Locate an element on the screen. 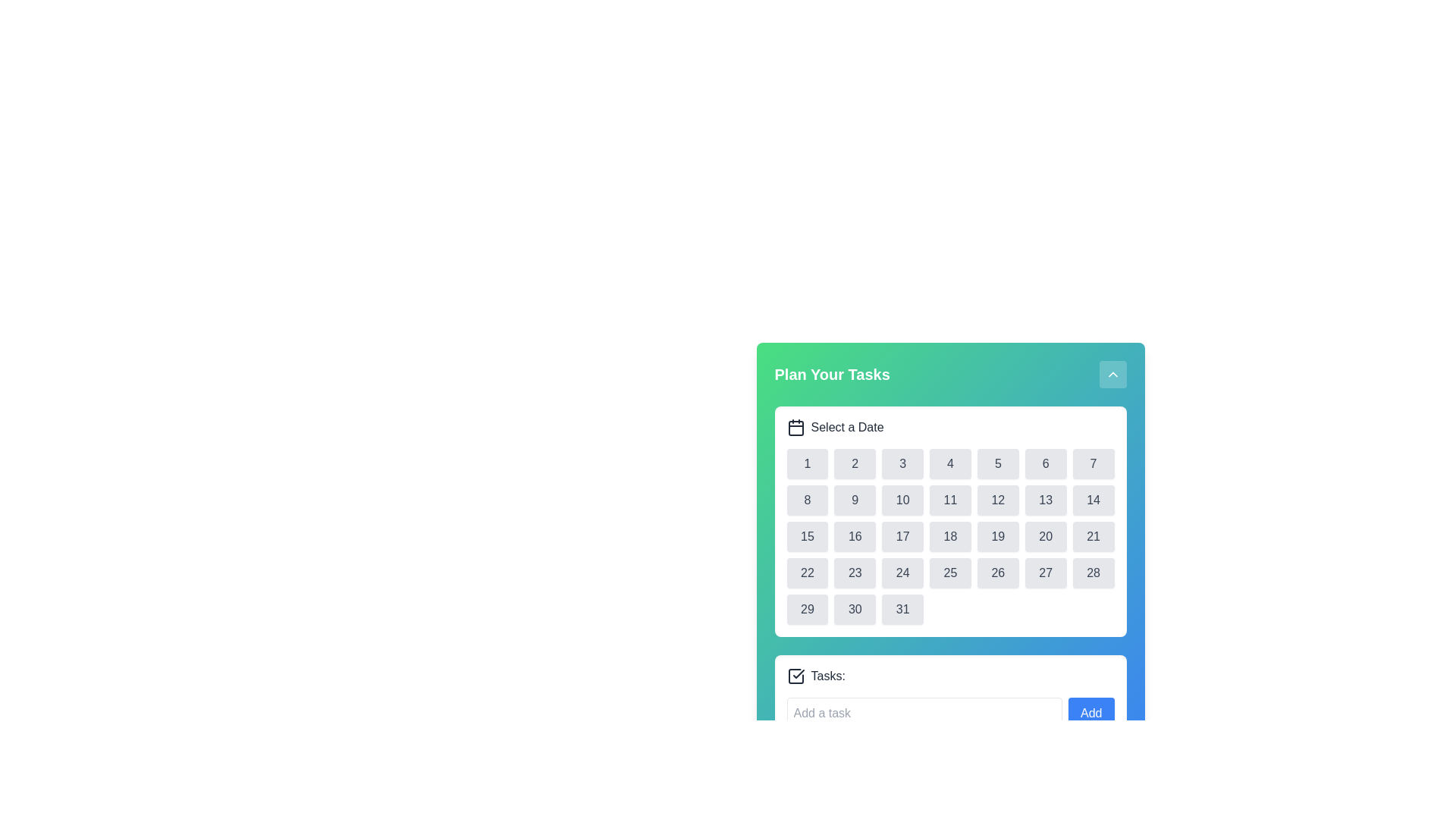 The height and width of the screenshot is (819, 1456). text from the Text Label that indicates the purpose of the associated checkbox for marking tasks as selected or completed, located to the right of the checkbox icon is located at coordinates (827, 675).